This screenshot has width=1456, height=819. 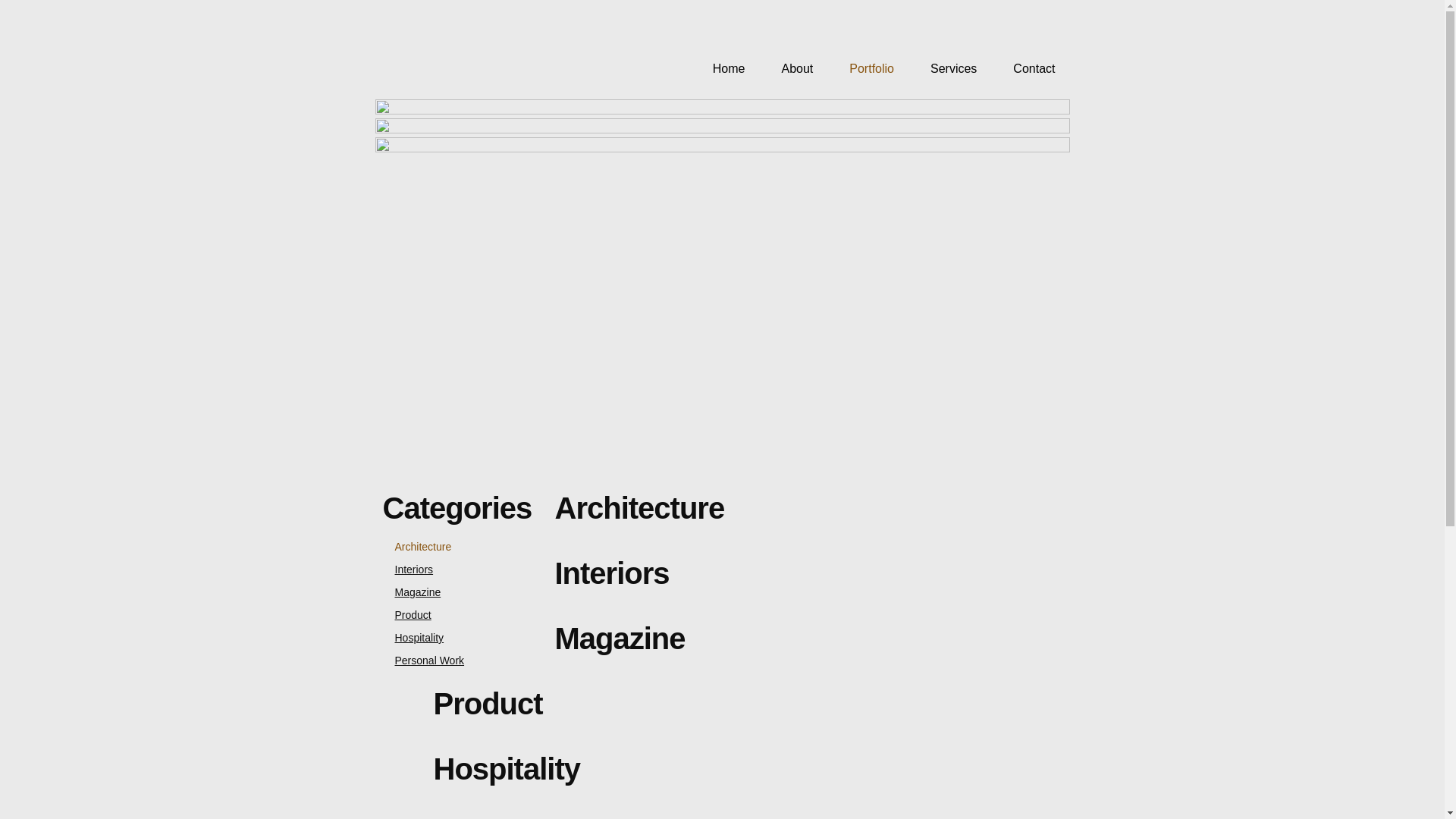 What do you see at coordinates (789, 69) in the screenshot?
I see `'About'` at bounding box center [789, 69].